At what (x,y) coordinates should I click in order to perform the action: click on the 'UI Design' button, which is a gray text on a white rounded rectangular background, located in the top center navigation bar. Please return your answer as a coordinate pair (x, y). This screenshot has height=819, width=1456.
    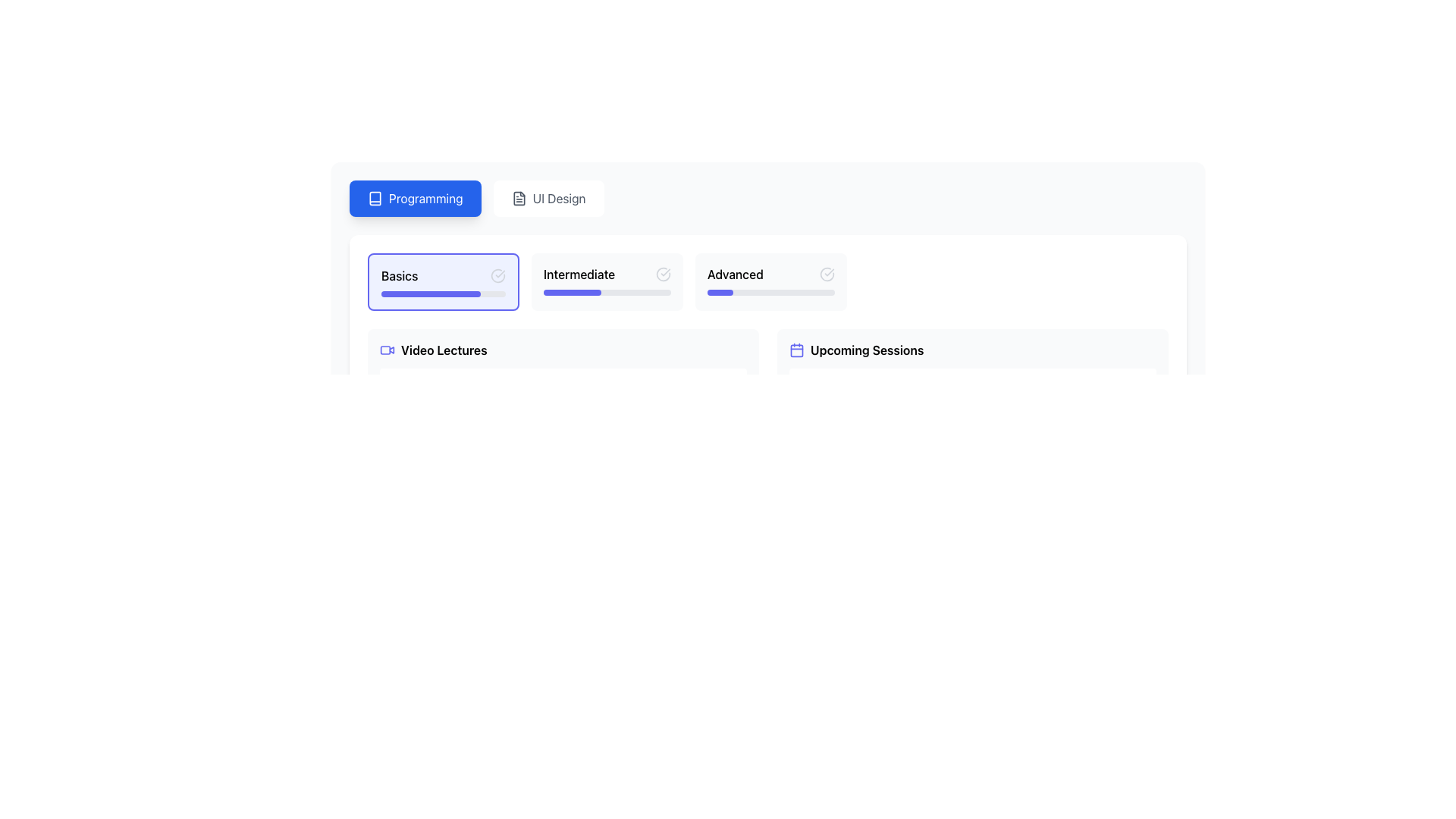
    Looking at the image, I should click on (558, 198).